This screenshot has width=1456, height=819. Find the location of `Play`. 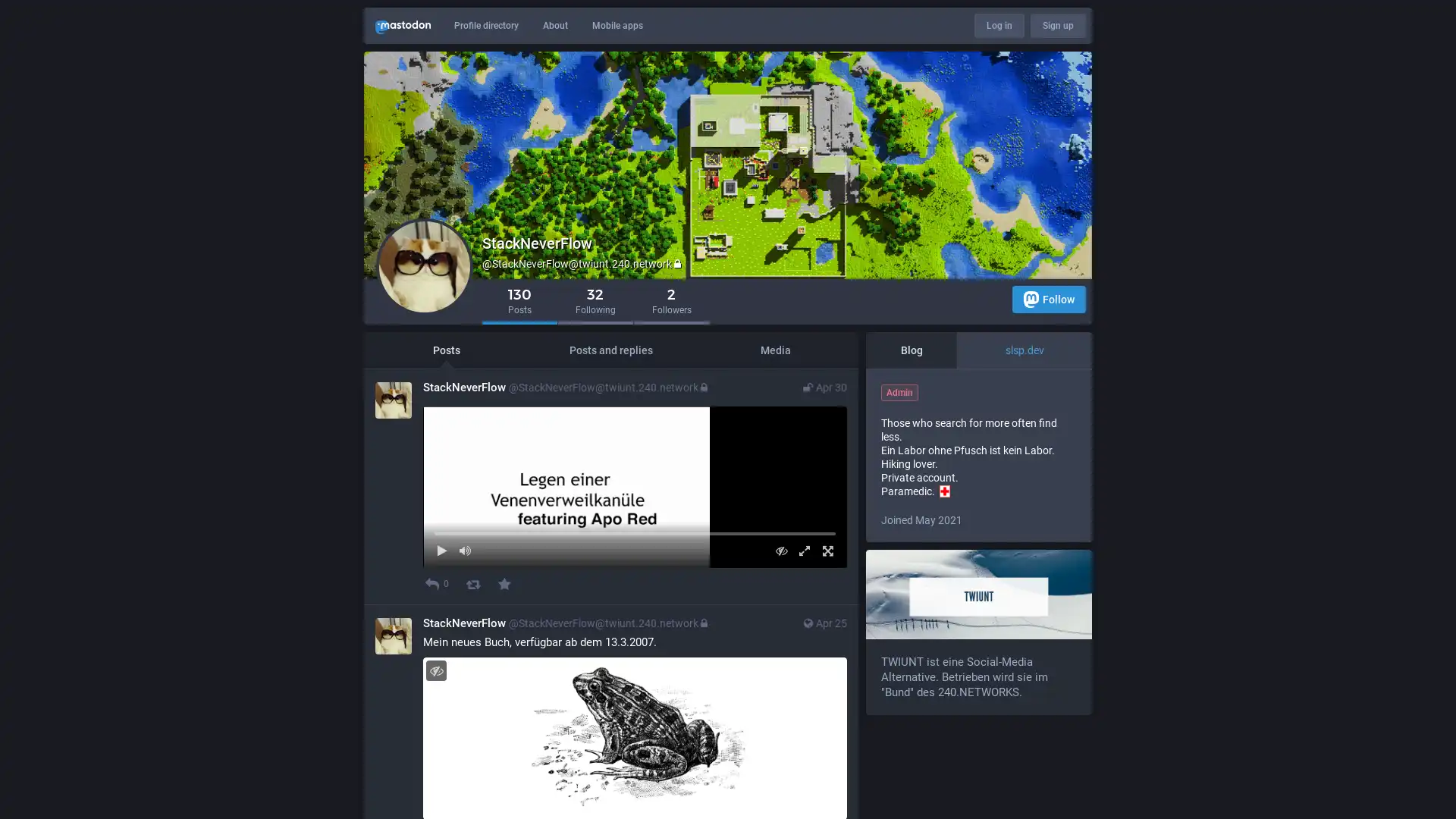

Play is located at coordinates (441, 627).